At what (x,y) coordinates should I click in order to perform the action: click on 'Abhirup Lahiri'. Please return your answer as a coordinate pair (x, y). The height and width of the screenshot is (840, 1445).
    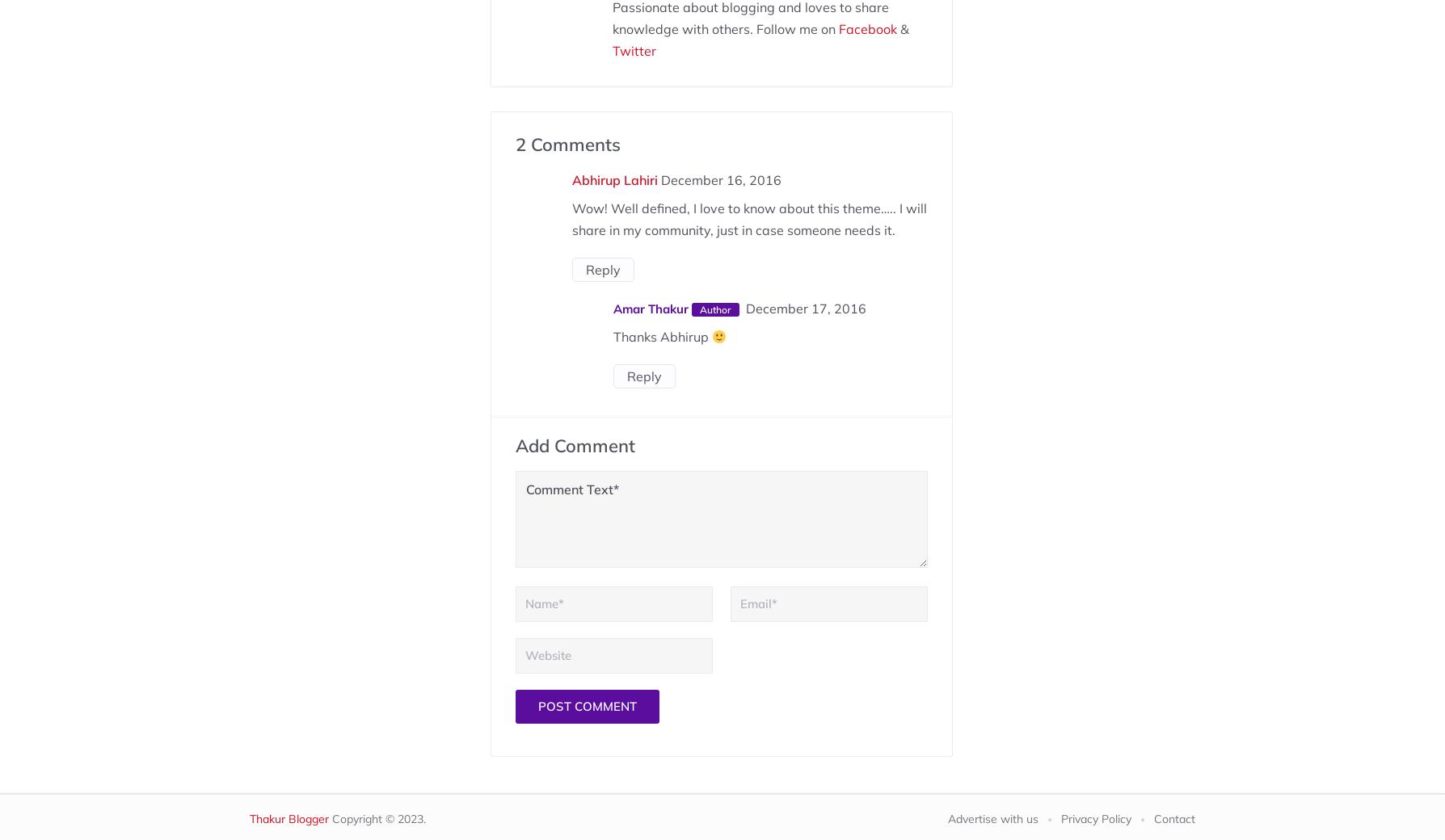
    Looking at the image, I should click on (613, 179).